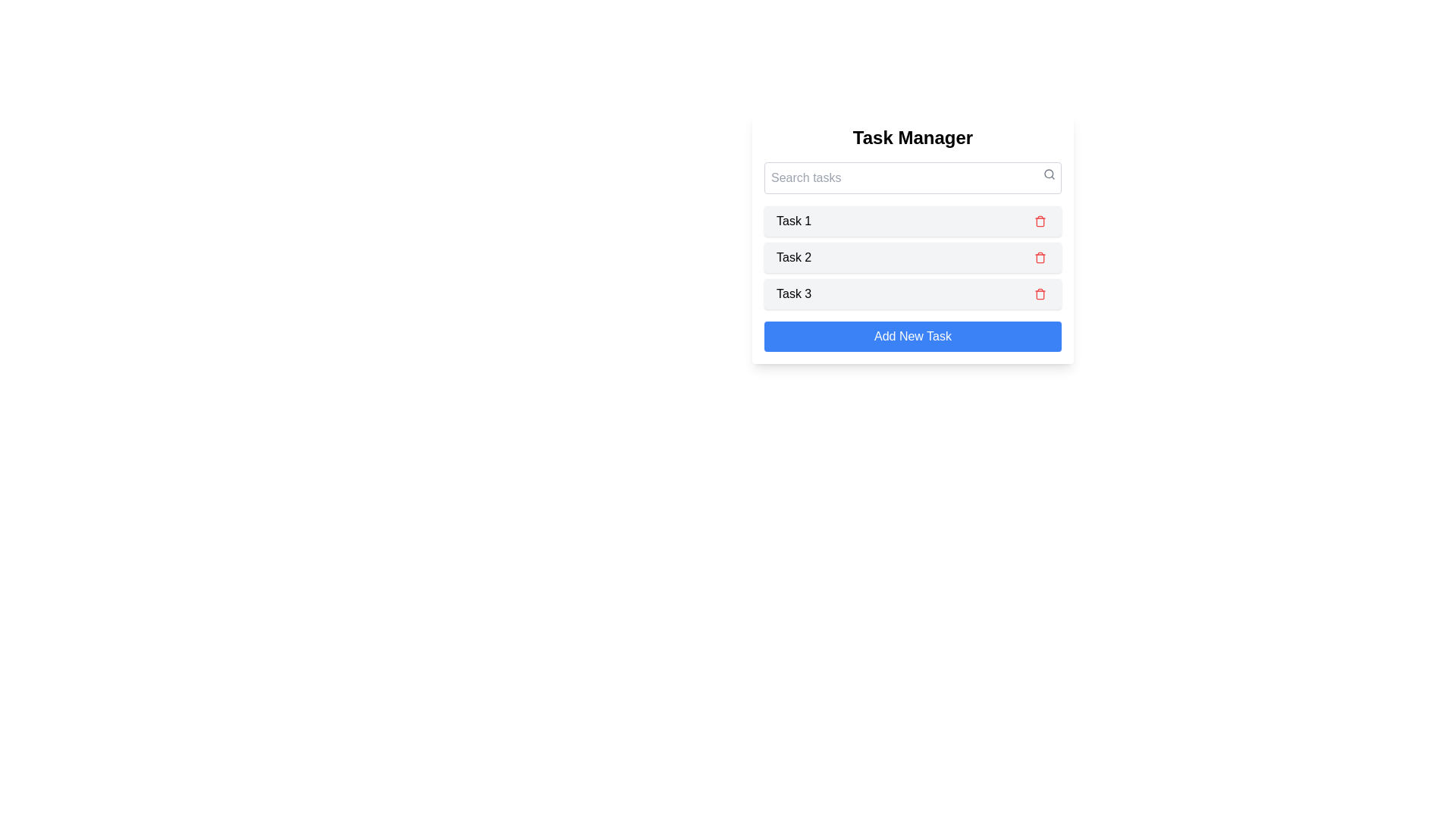 This screenshot has width=1456, height=819. I want to click on the search icon to initiate a search action, so click(1048, 174).